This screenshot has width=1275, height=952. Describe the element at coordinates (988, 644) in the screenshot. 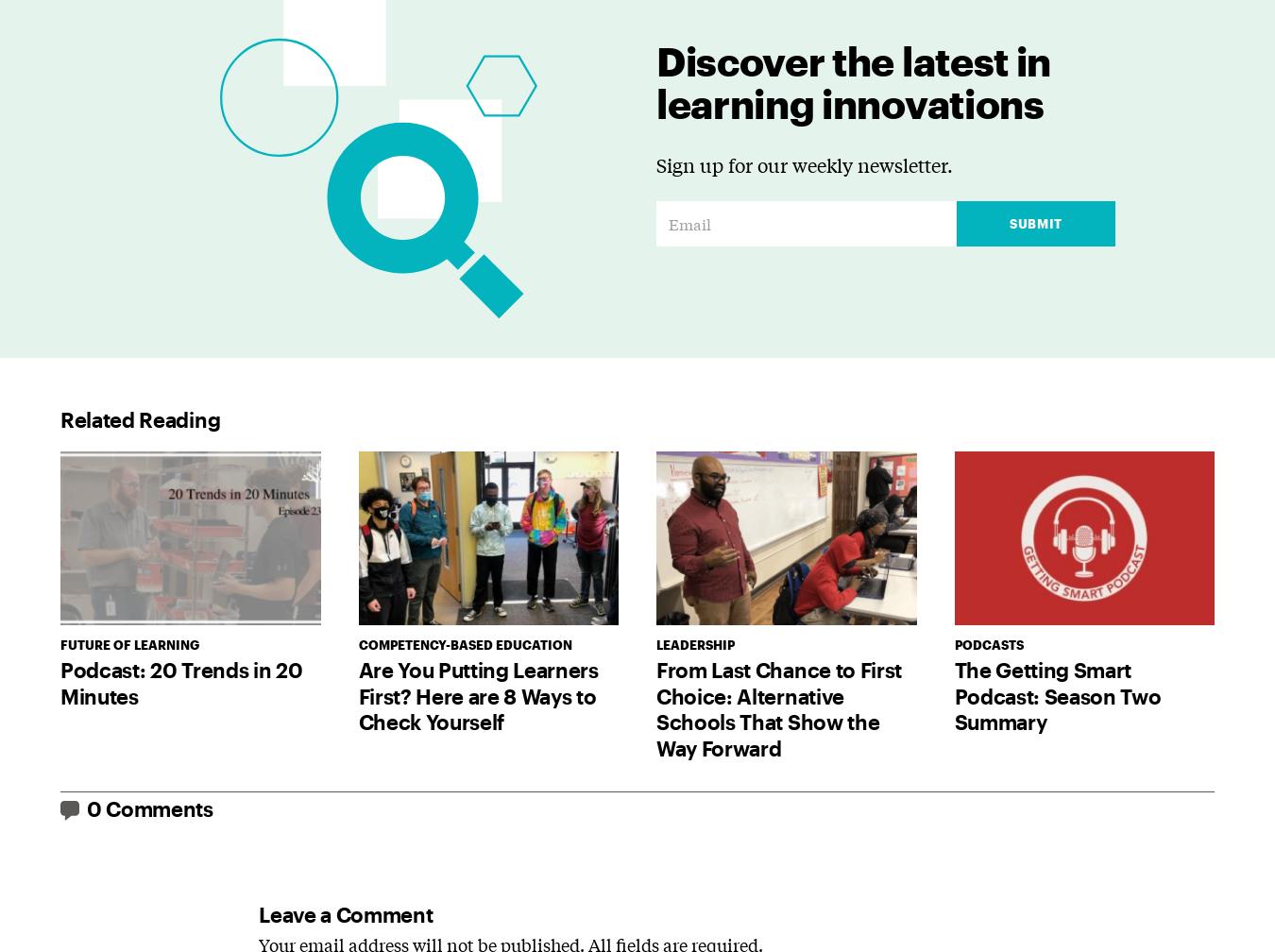

I see `'Podcasts'` at that location.